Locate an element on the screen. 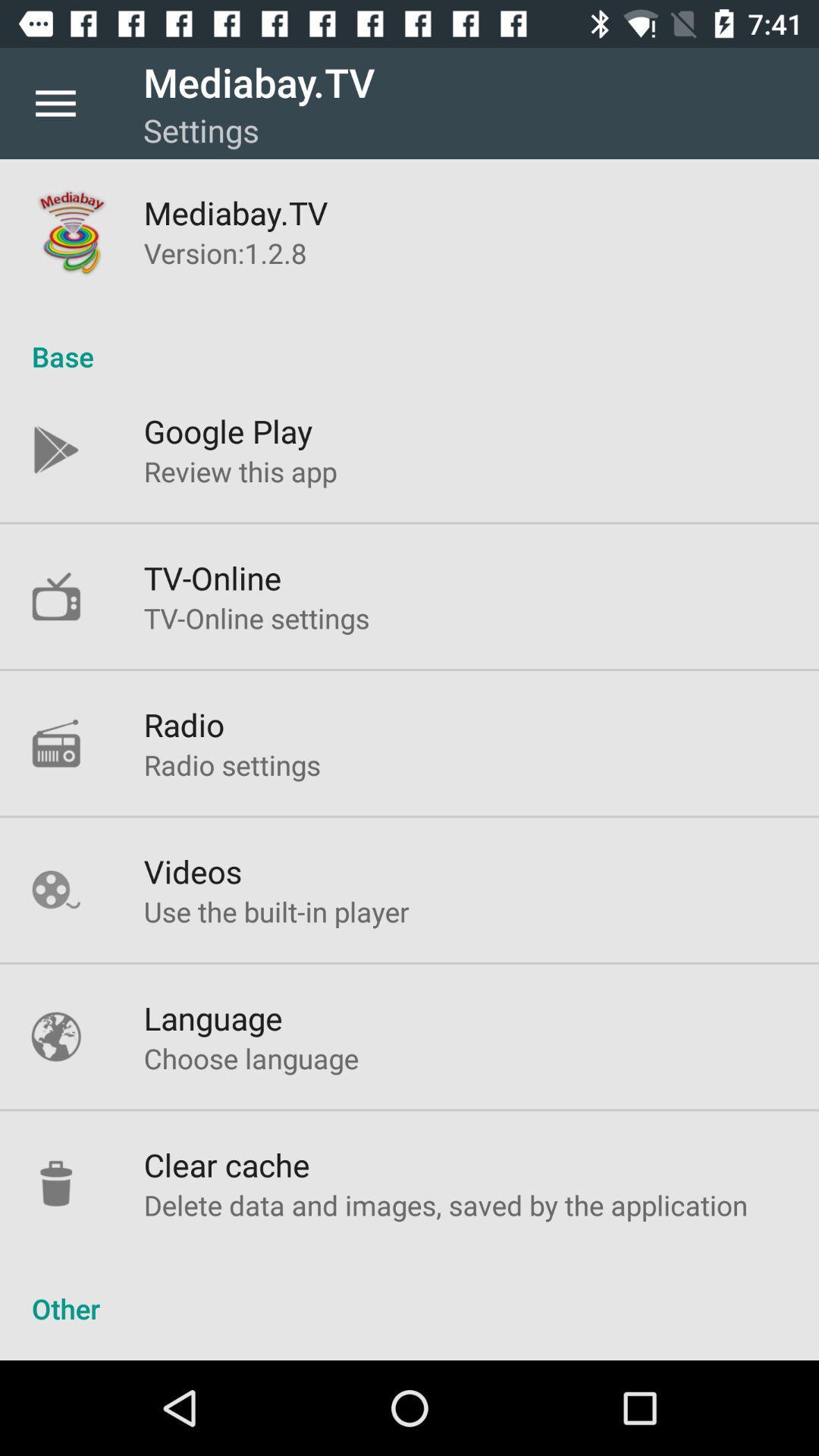 The image size is (819, 1456). clear cache icon is located at coordinates (227, 1164).